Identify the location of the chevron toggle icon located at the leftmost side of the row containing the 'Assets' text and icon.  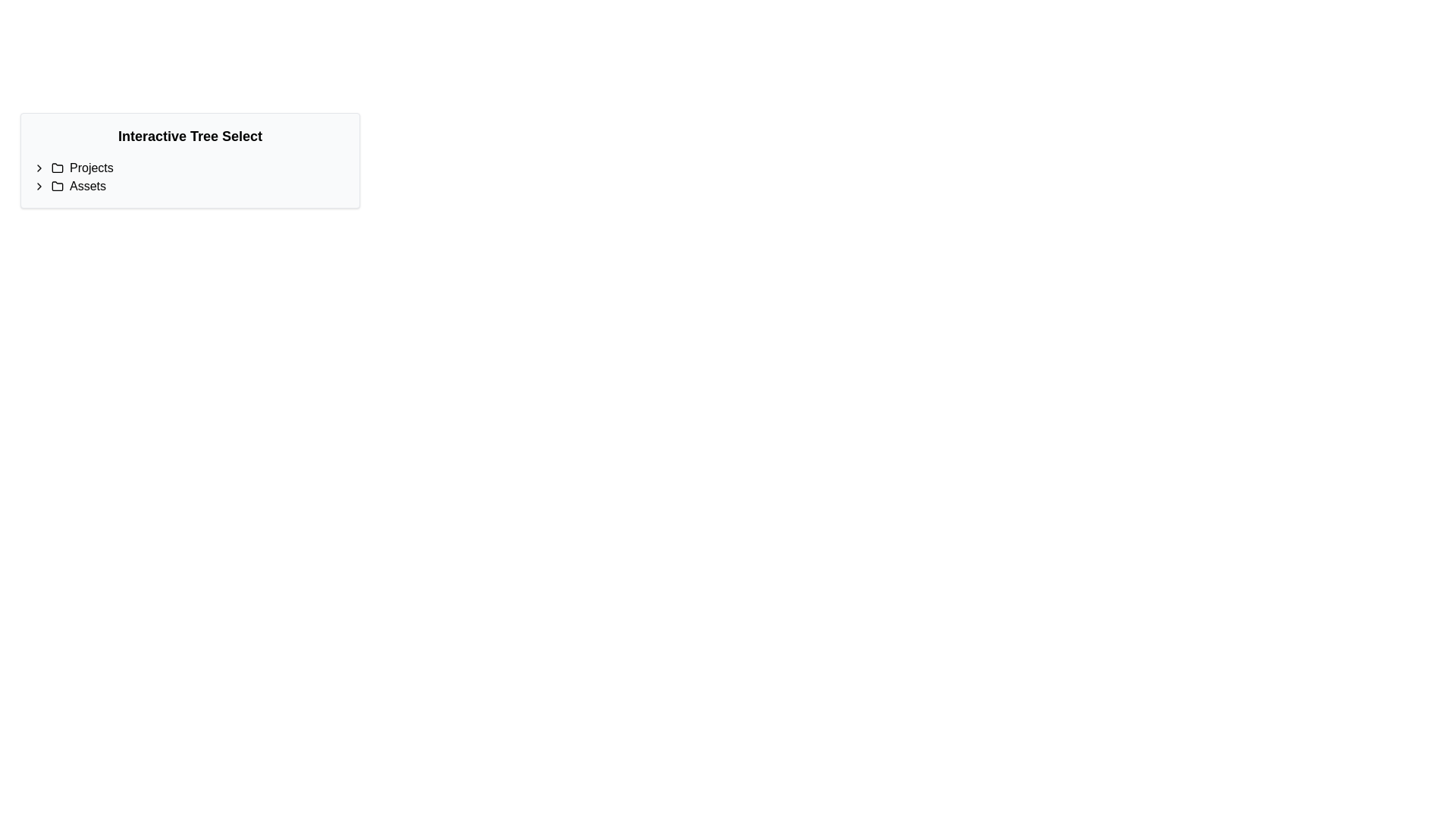
(39, 186).